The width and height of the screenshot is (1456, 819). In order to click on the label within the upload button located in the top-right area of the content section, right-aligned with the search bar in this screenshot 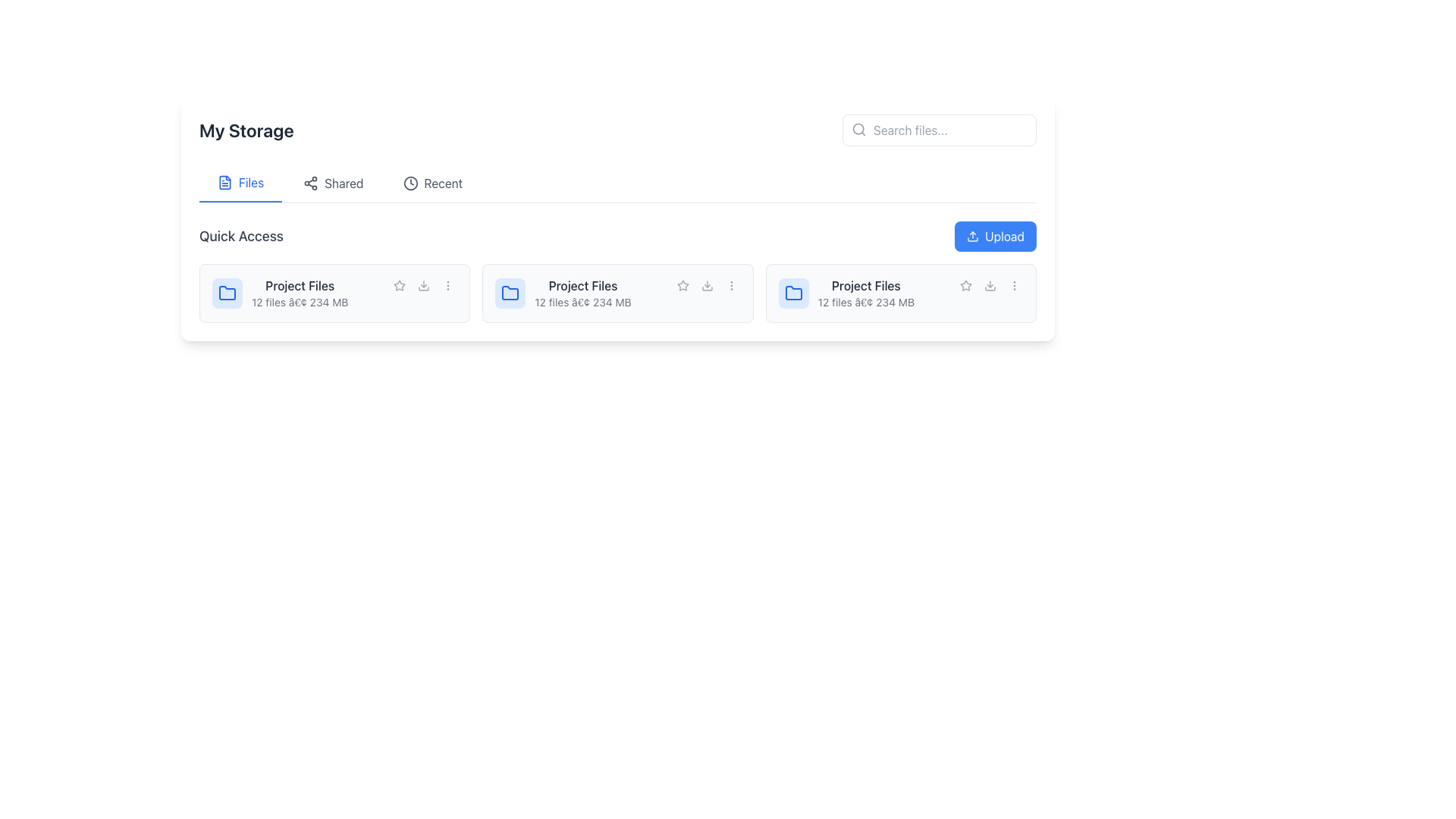, I will do `click(1004, 237)`.